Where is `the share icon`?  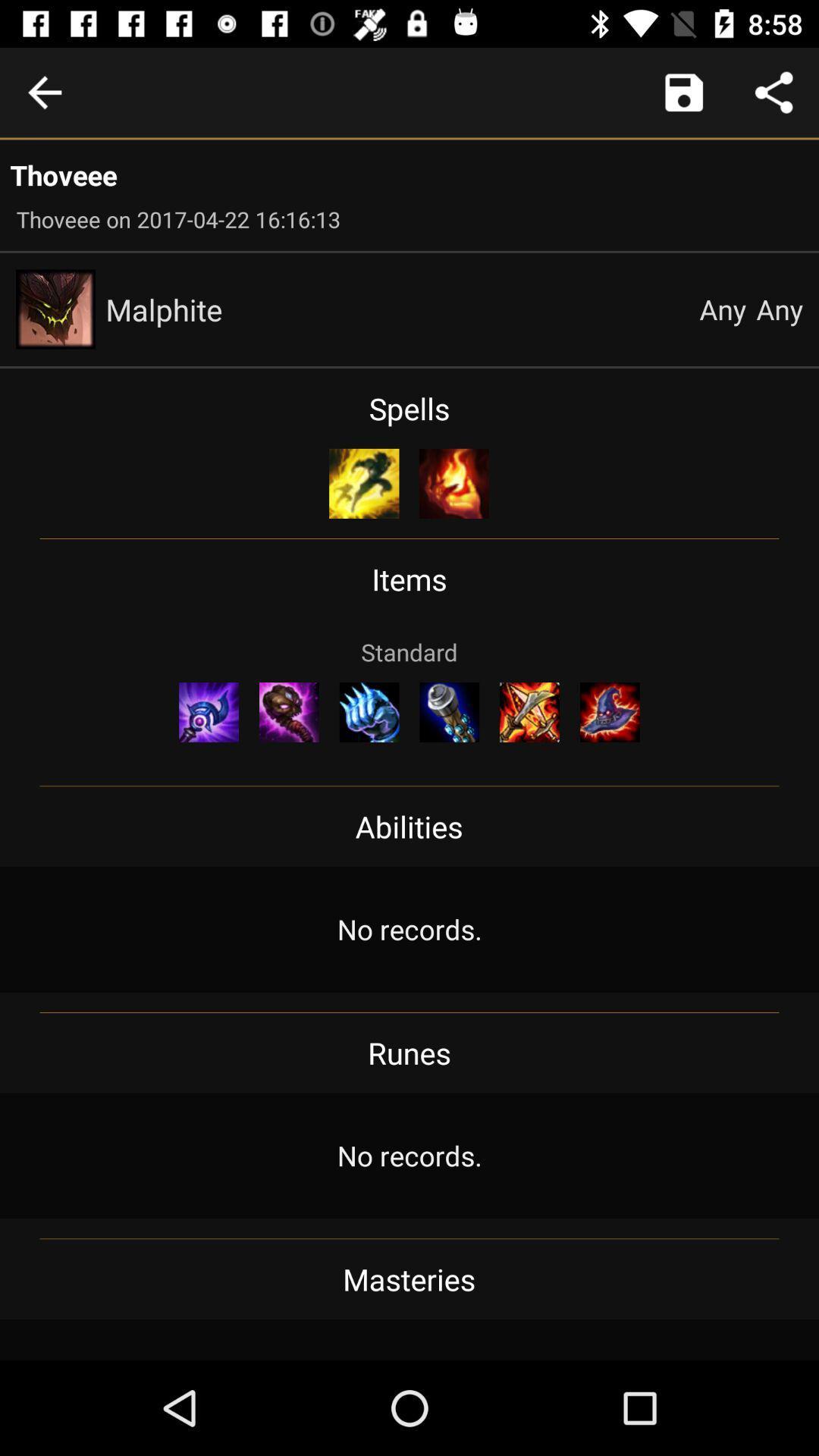
the share icon is located at coordinates (773, 92).